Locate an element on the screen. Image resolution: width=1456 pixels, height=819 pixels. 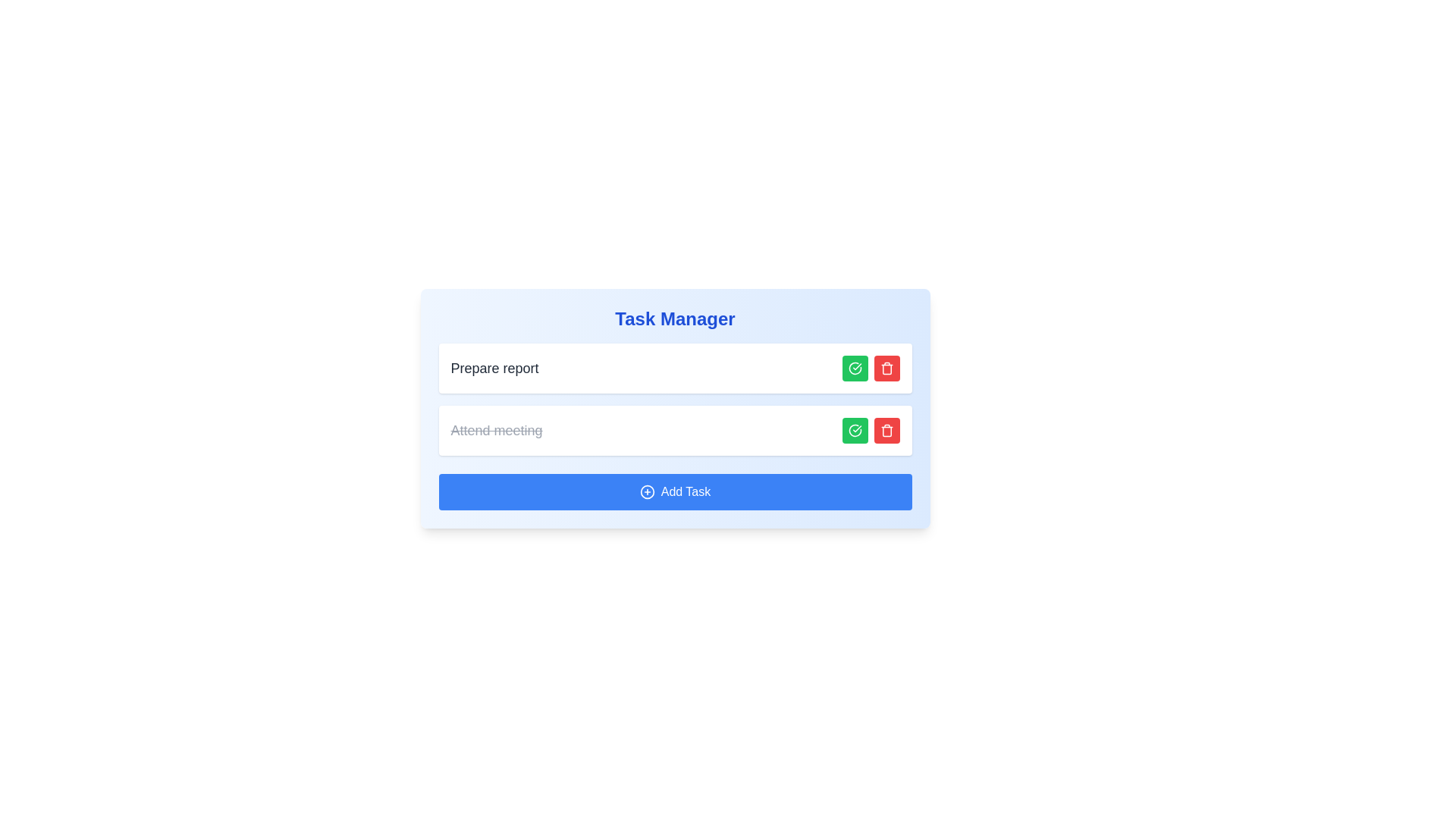
the Static Text Label that provides the title or description of a task item within the task manager application, located in the header of a task card is located at coordinates (494, 369).